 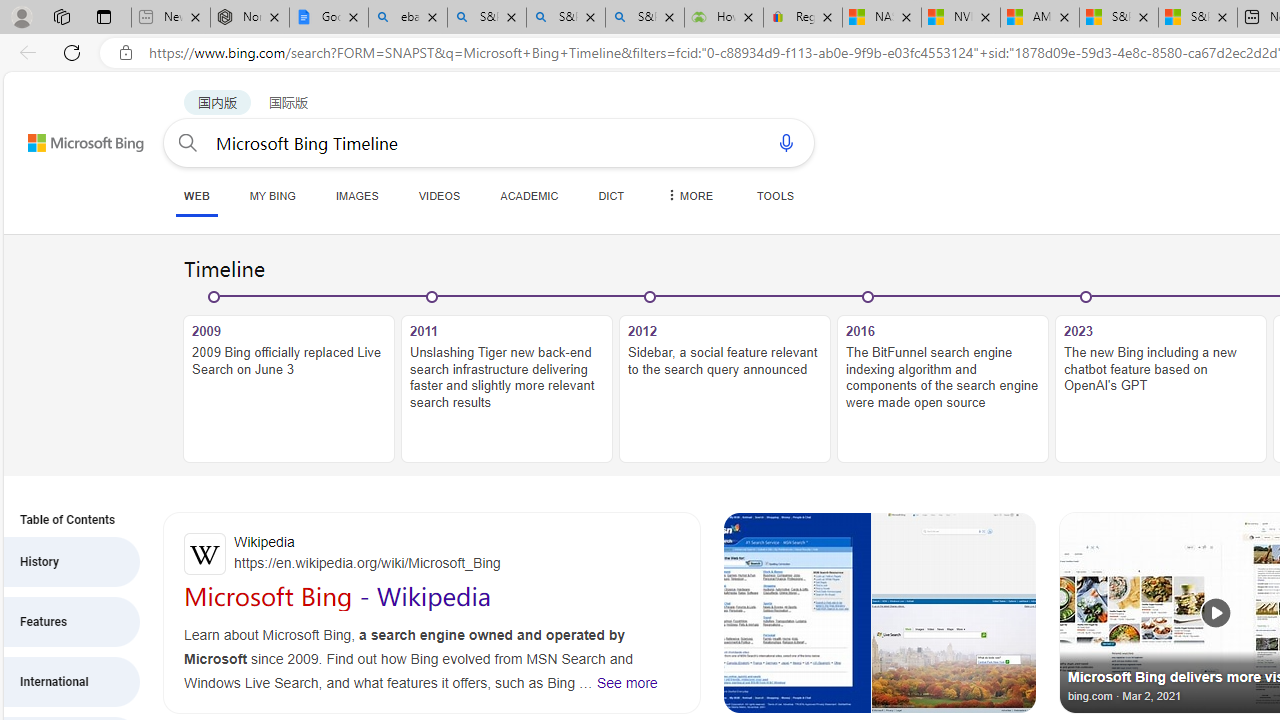 I want to click on 'TOOLS', so click(x=774, y=195).